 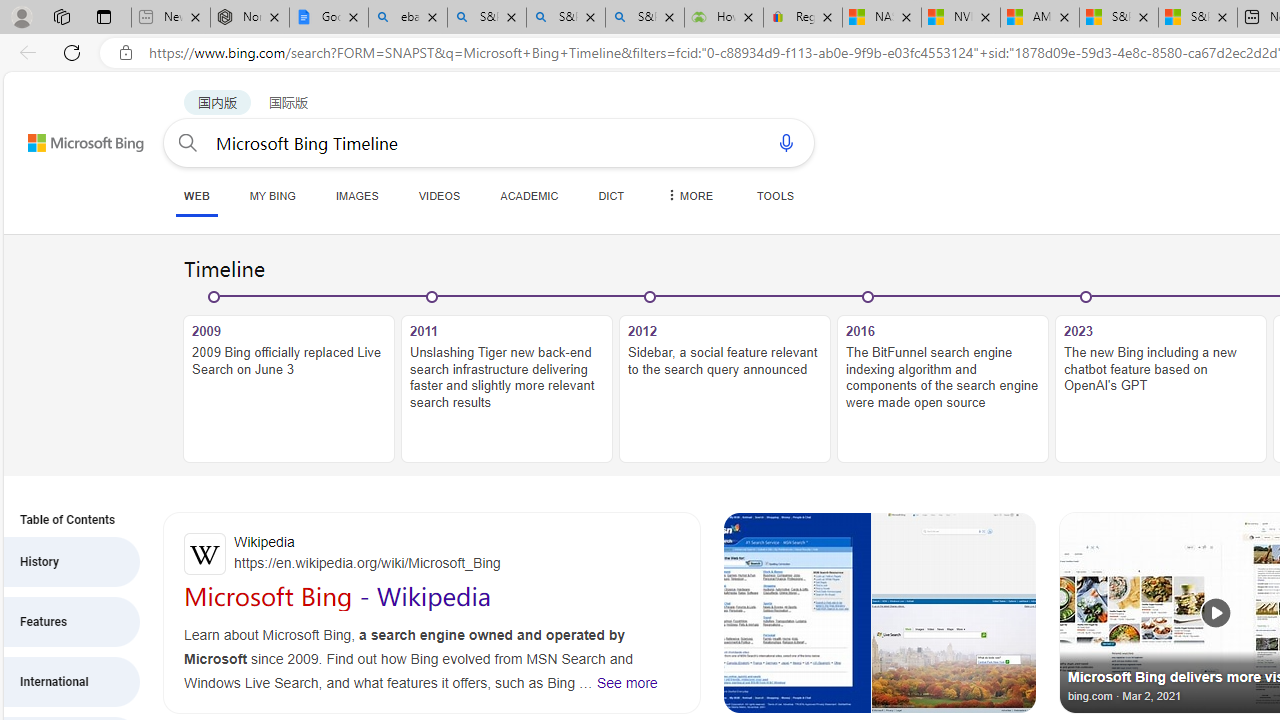 I want to click on 'TOOLS', so click(x=774, y=195).